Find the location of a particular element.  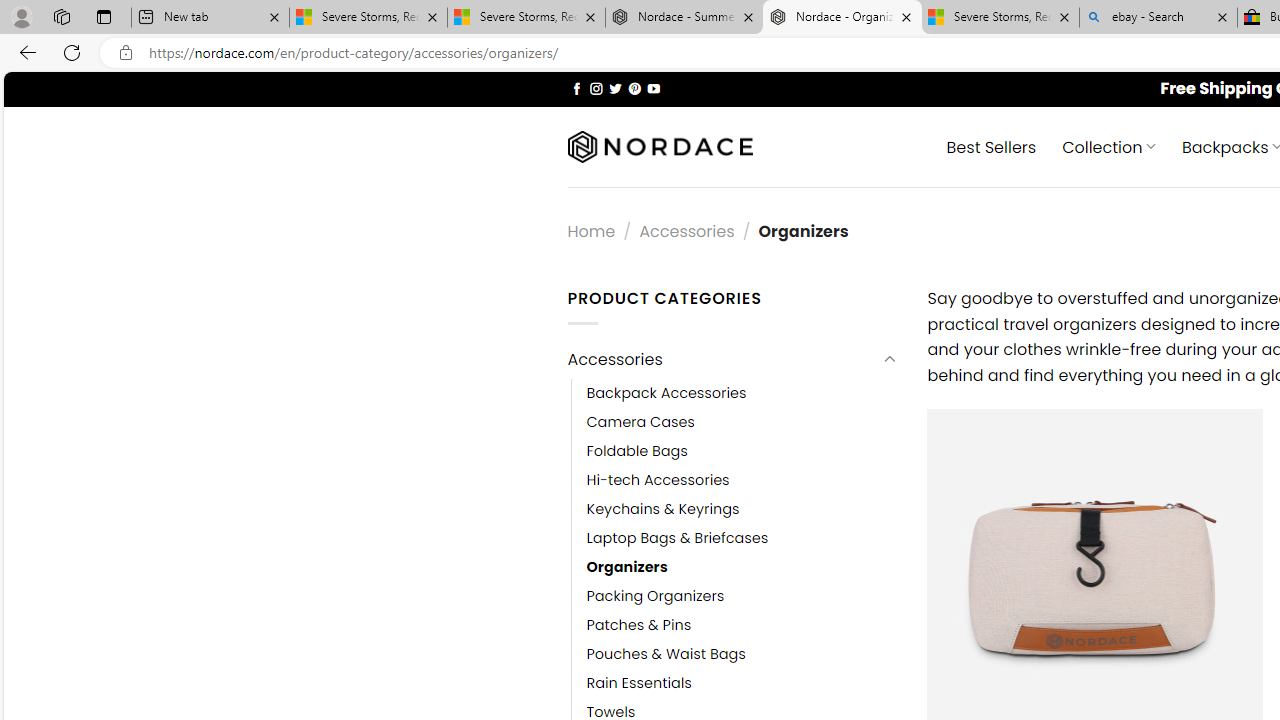

'Personal Profile' is located at coordinates (21, 16).